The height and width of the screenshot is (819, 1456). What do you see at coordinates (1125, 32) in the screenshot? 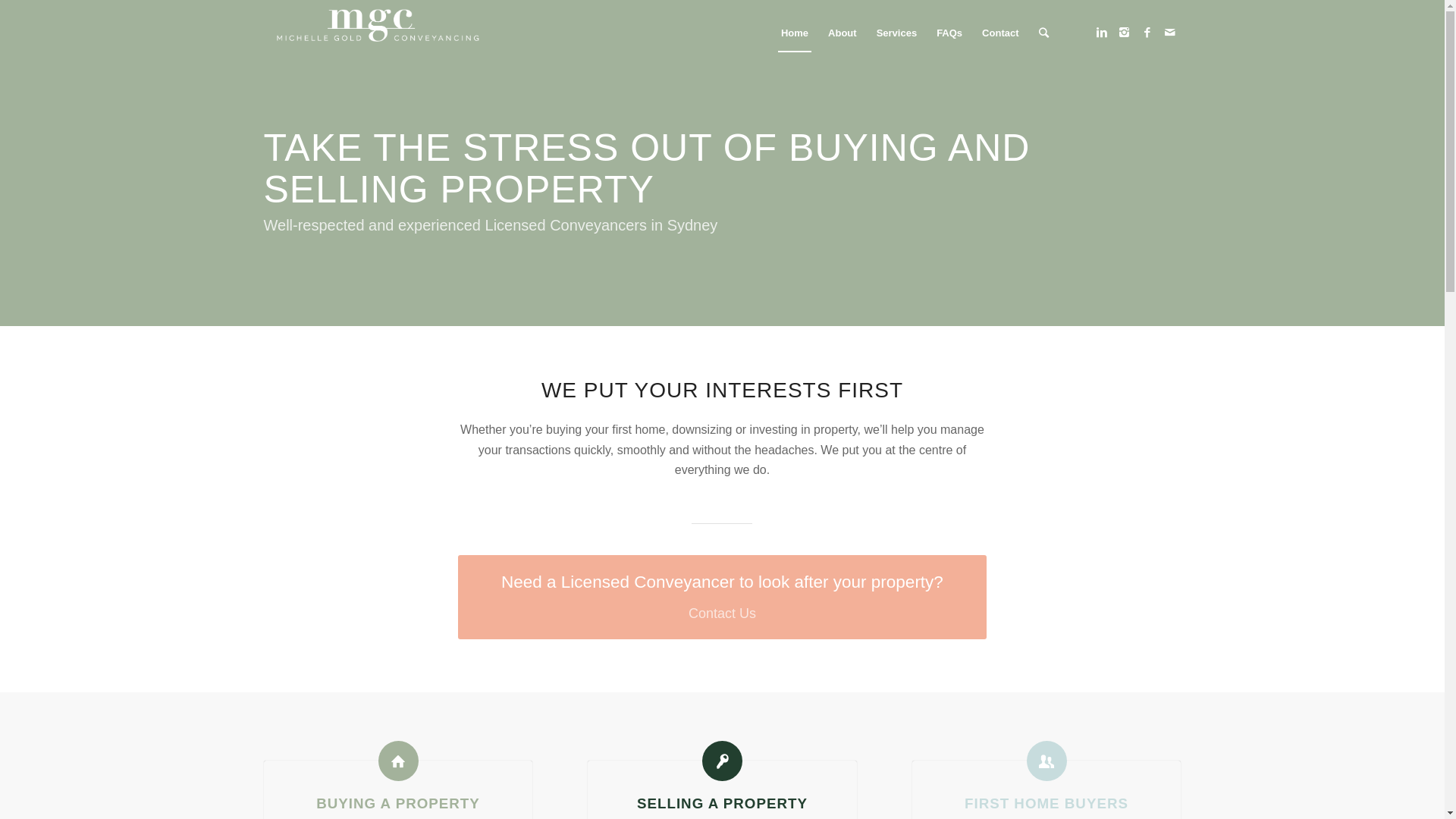
I see `'Instagram'` at bounding box center [1125, 32].